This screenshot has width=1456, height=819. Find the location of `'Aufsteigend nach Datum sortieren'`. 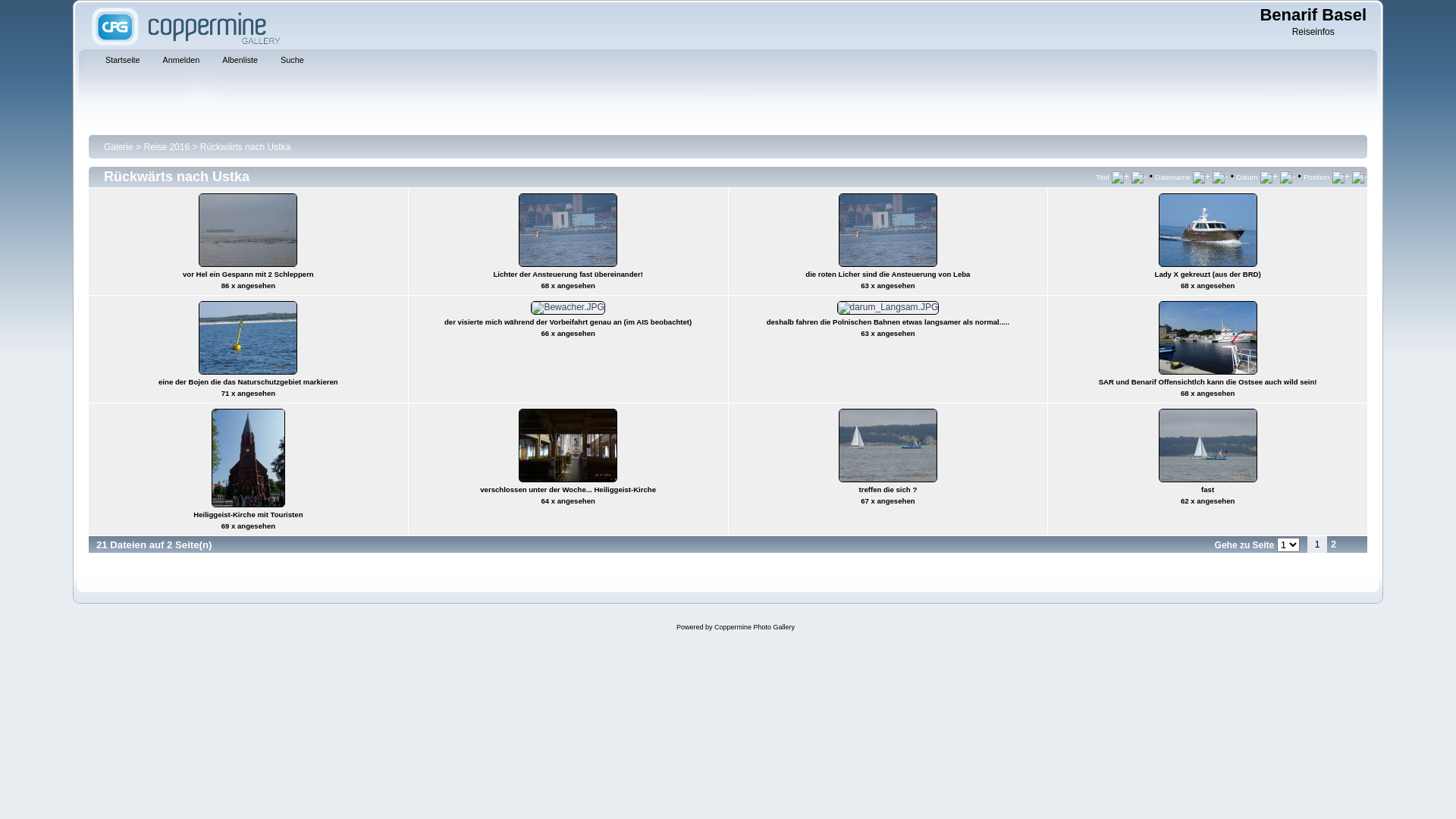

'Aufsteigend nach Datum sortieren' is located at coordinates (1269, 175).